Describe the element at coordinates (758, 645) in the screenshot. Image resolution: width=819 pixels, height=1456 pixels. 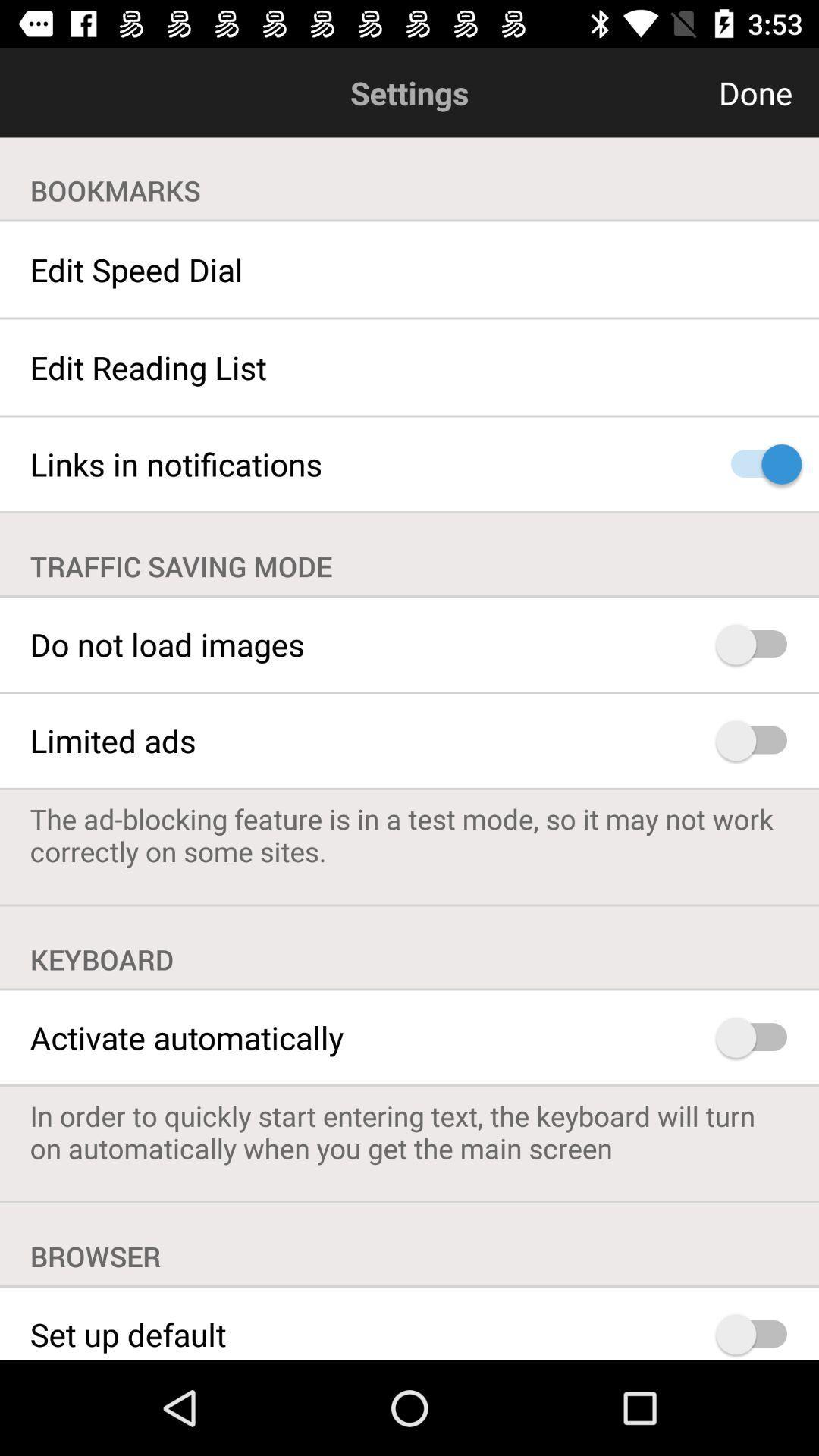
I see `a switch for turning on or off the phone 's ability to download images` at that location.